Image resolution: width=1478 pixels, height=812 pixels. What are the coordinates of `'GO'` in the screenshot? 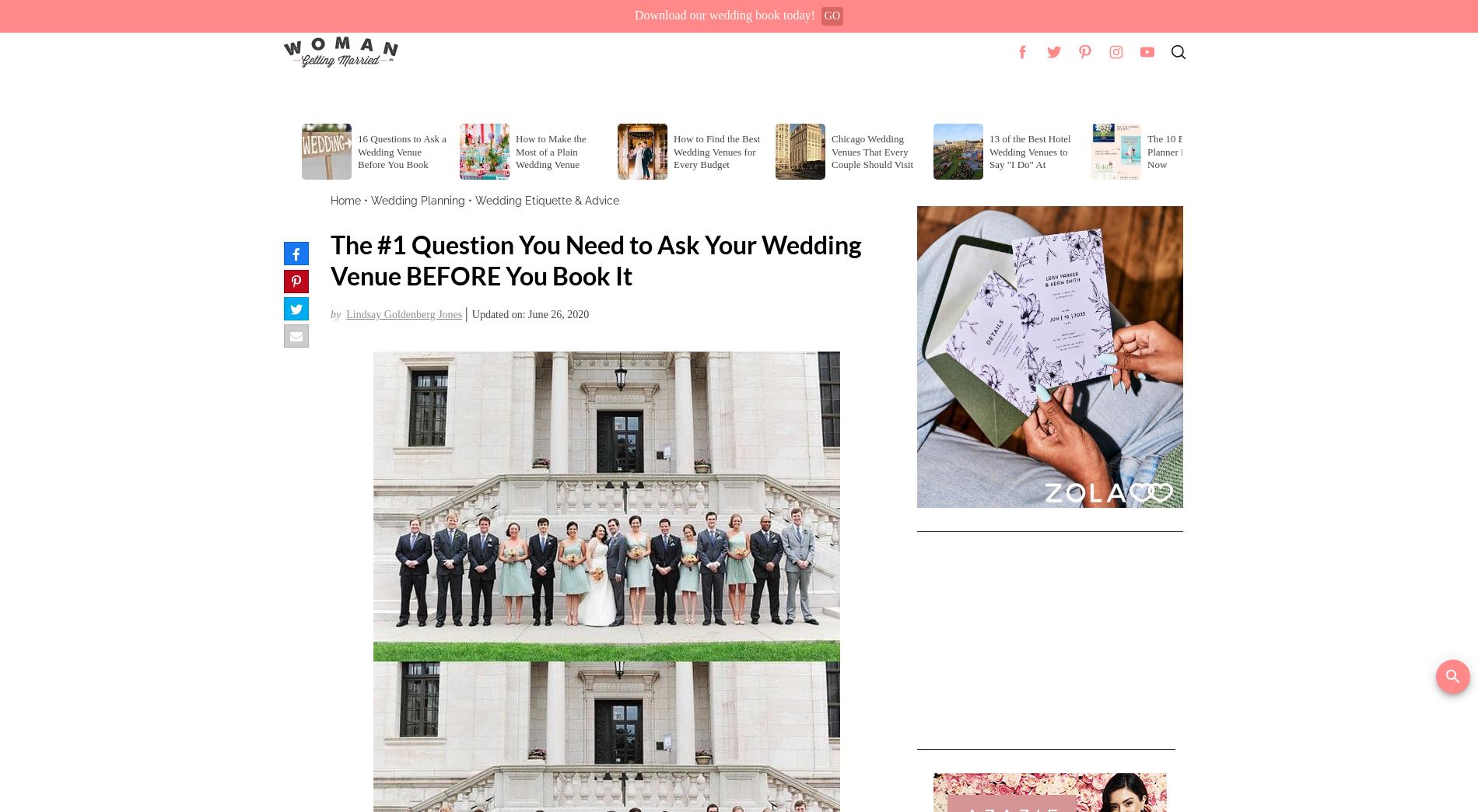 It's located at (824, 15).